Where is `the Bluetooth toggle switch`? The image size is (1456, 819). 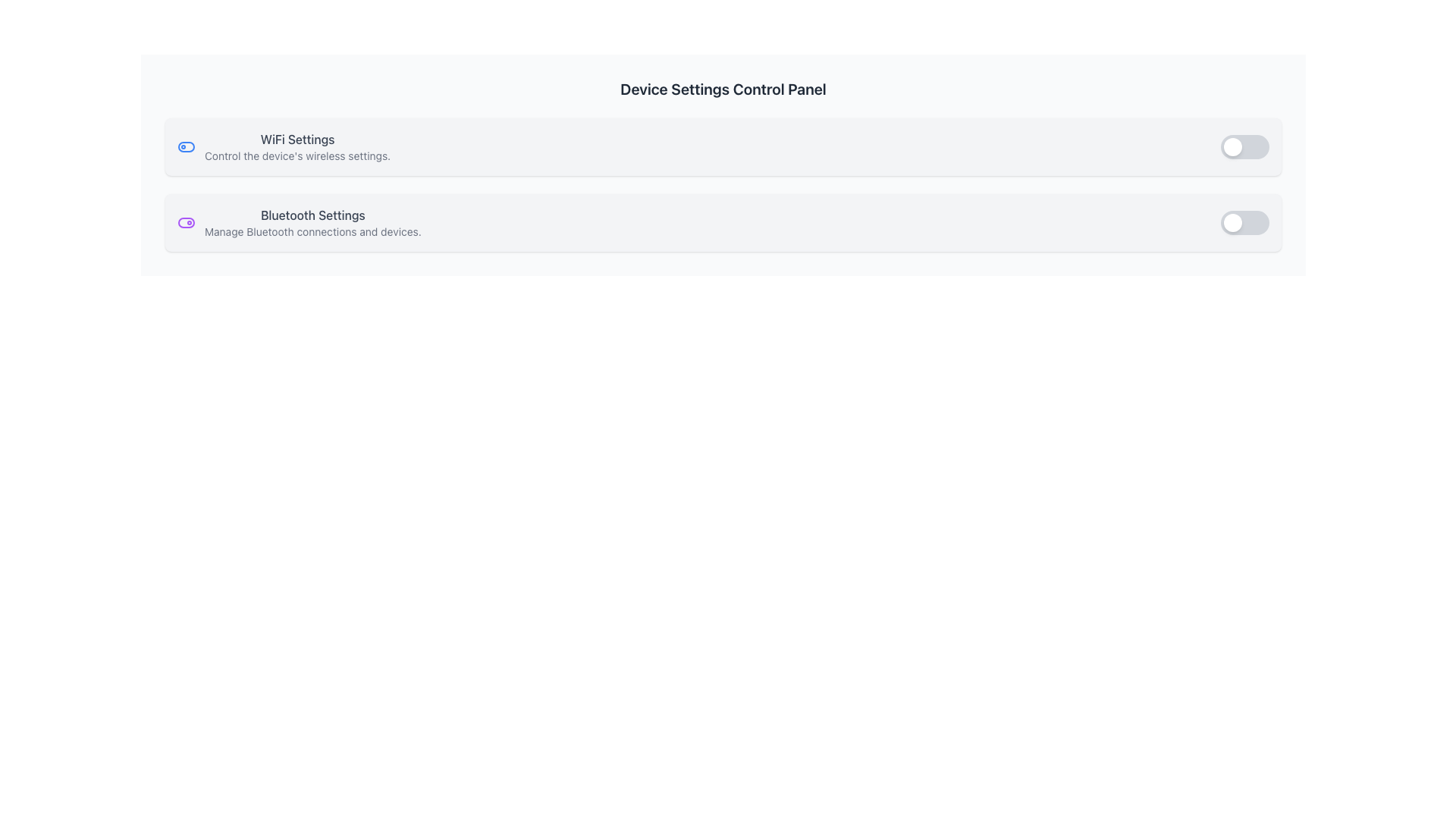 the Bluetooth toggle switch is located at coordinates (185, 222).